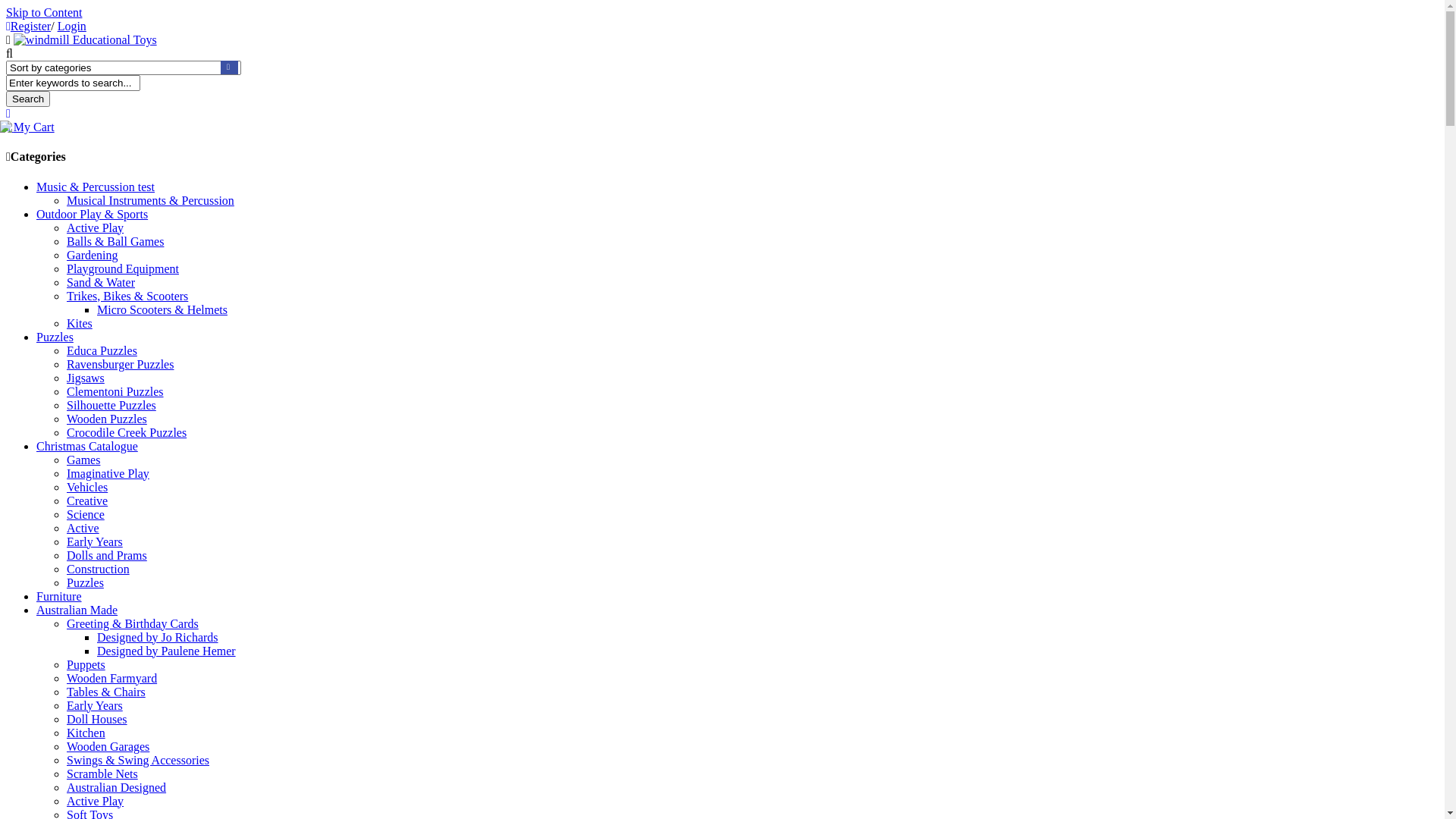 This screenshot has height=819, width=1456. I want to click on 'Designed by Paulene Hemer', so click(166, 650).